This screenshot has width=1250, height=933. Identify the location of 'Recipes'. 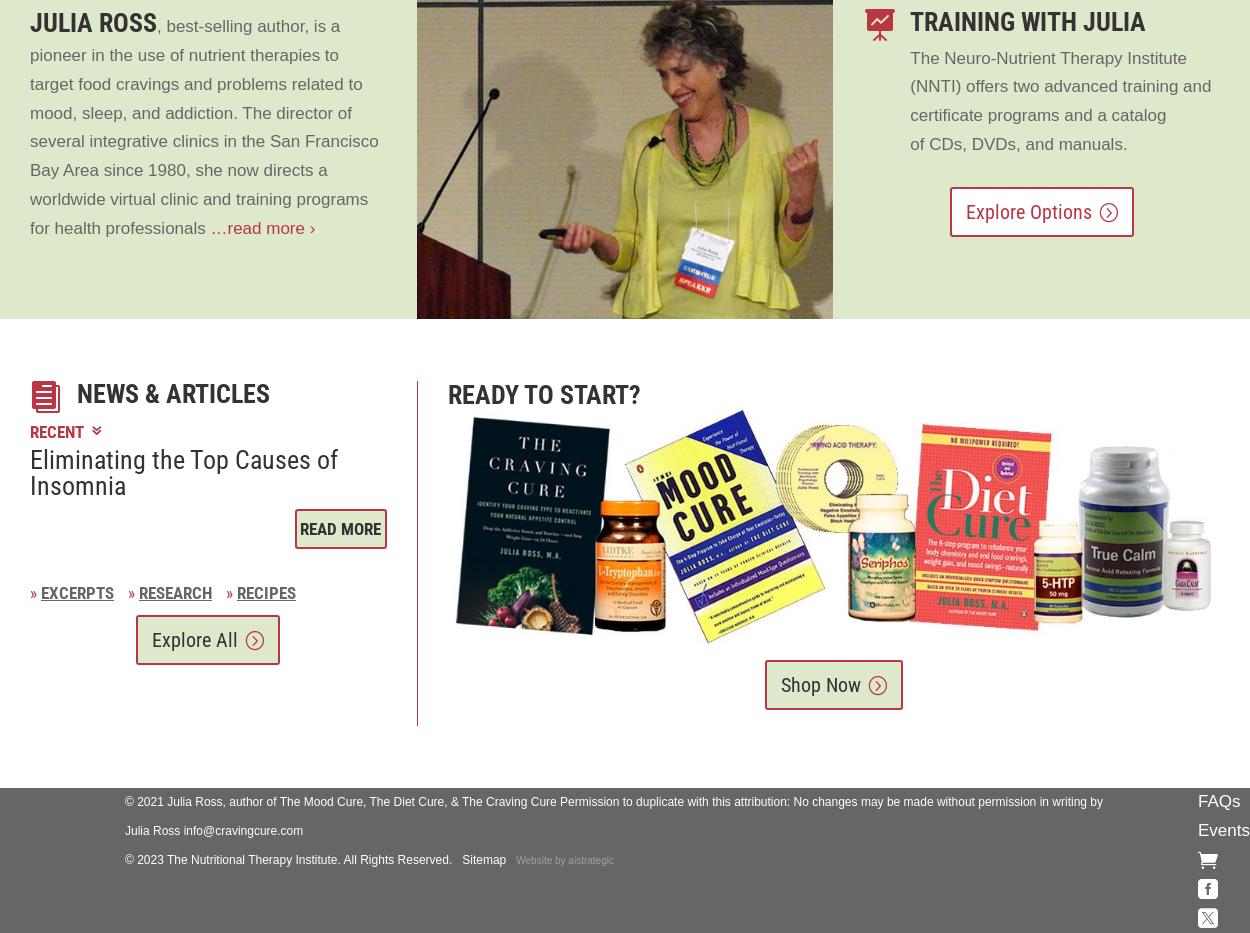
(266, 593).